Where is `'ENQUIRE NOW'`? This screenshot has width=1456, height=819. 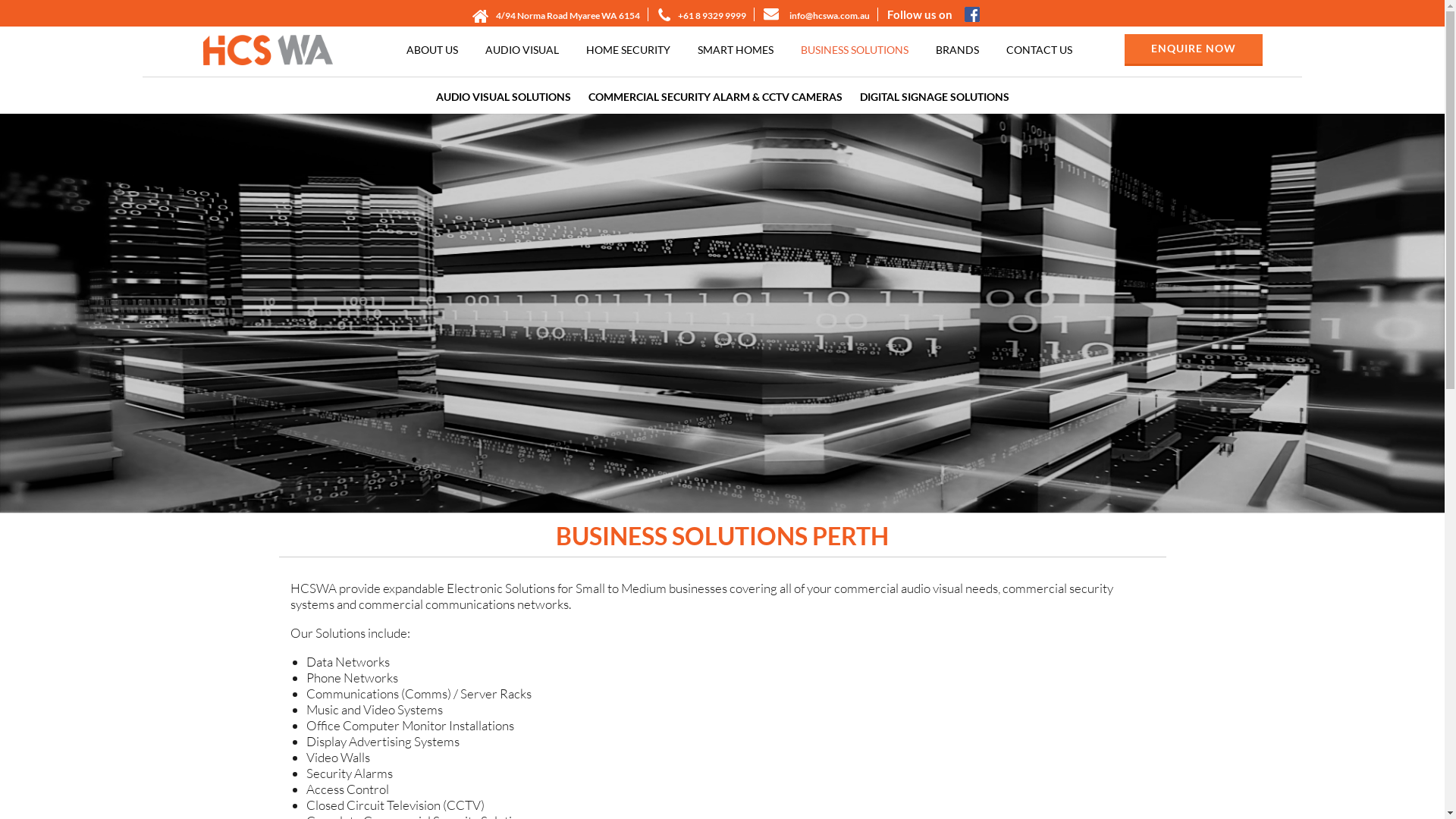 'ENQUIRE NOW' is located at coordinates (1125, 49).